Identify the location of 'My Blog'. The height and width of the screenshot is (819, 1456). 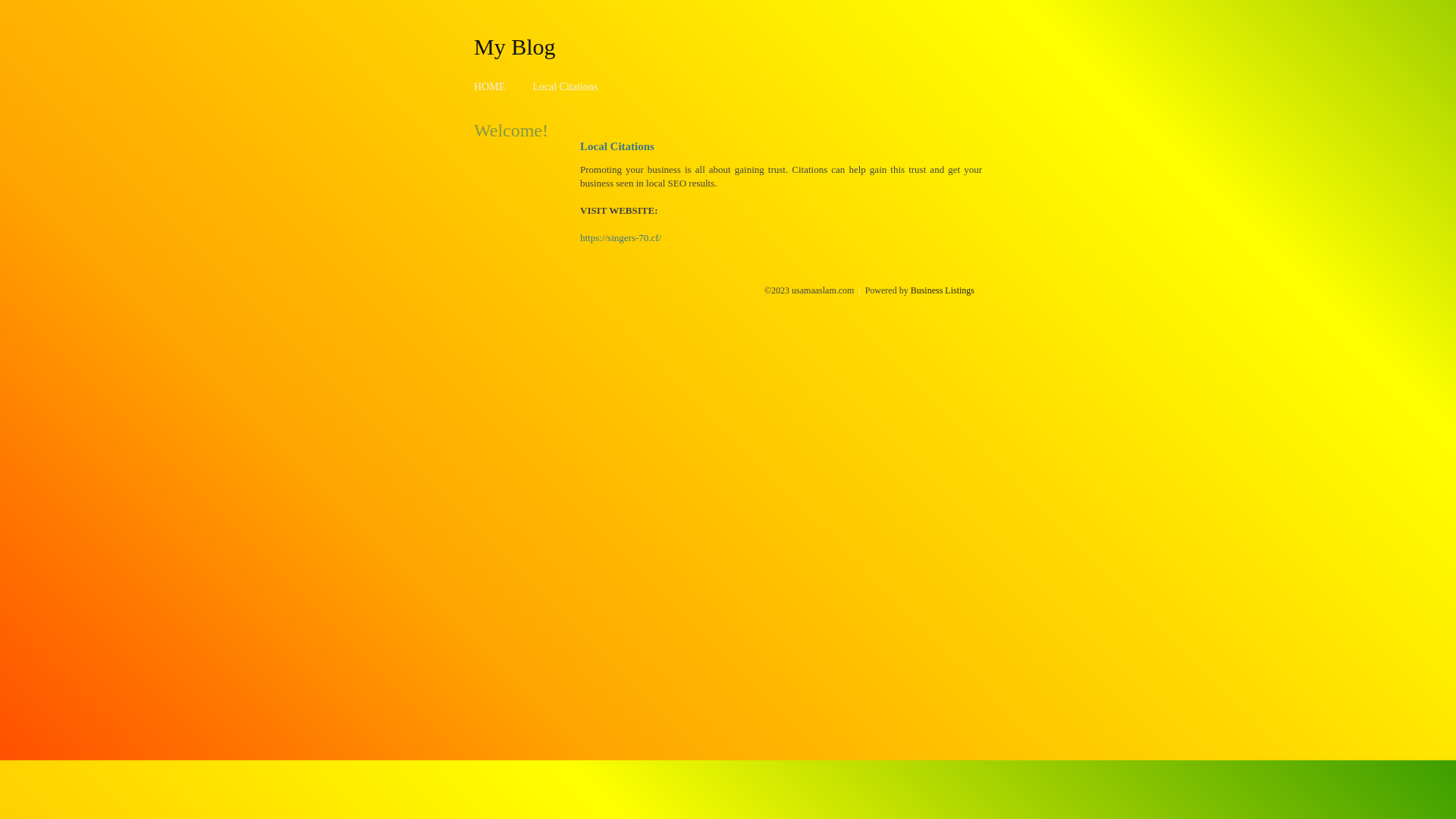
(472, 45).